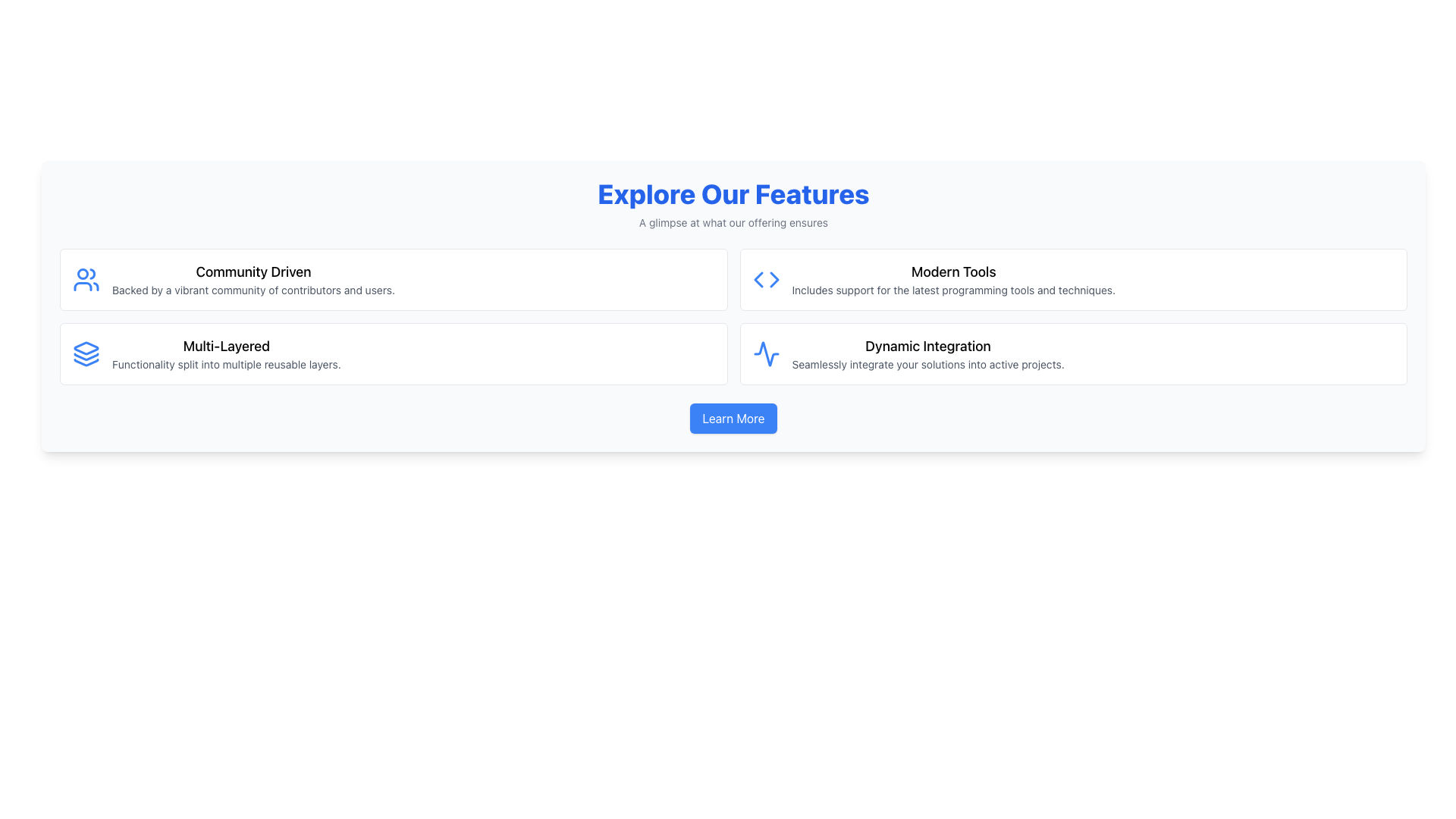 The height and width of the screenshot is (819, 1456). I want to click on the blue community icon depicting a group of people, which is located to the left of the title text 'Community Driven', so click(86, 280).